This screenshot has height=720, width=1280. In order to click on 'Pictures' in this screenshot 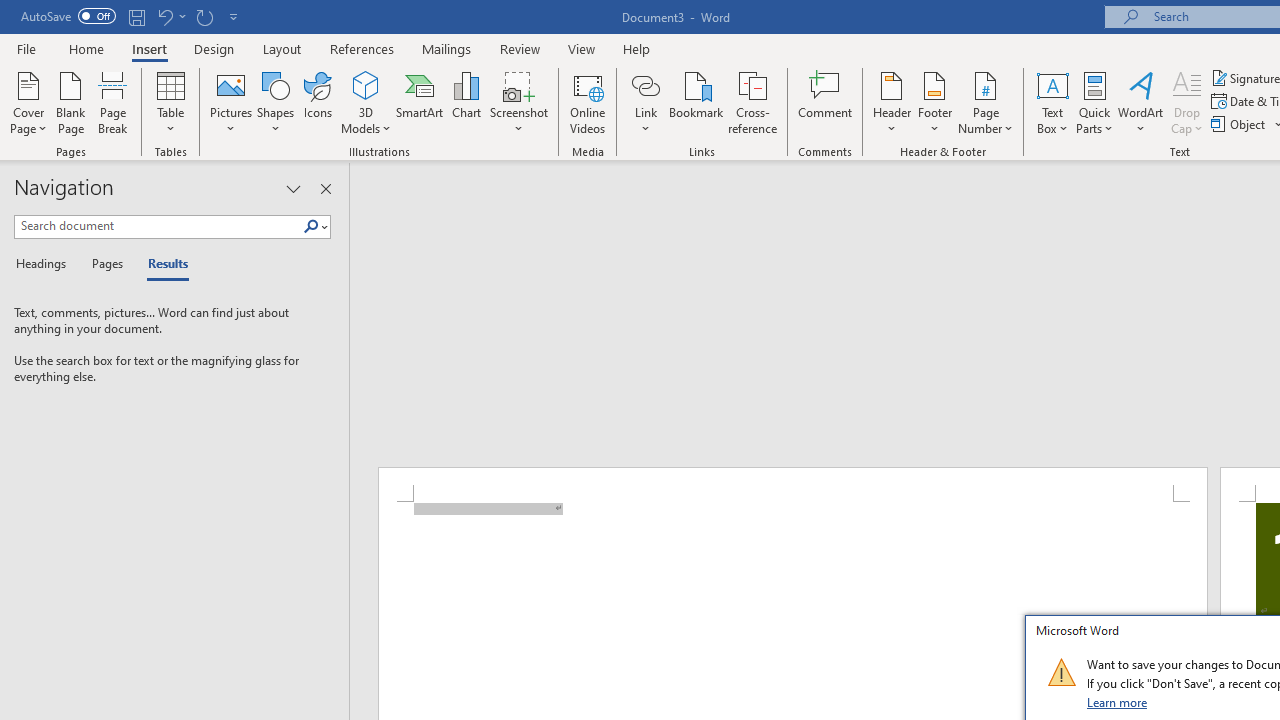, I will do `click(231, 103)`.